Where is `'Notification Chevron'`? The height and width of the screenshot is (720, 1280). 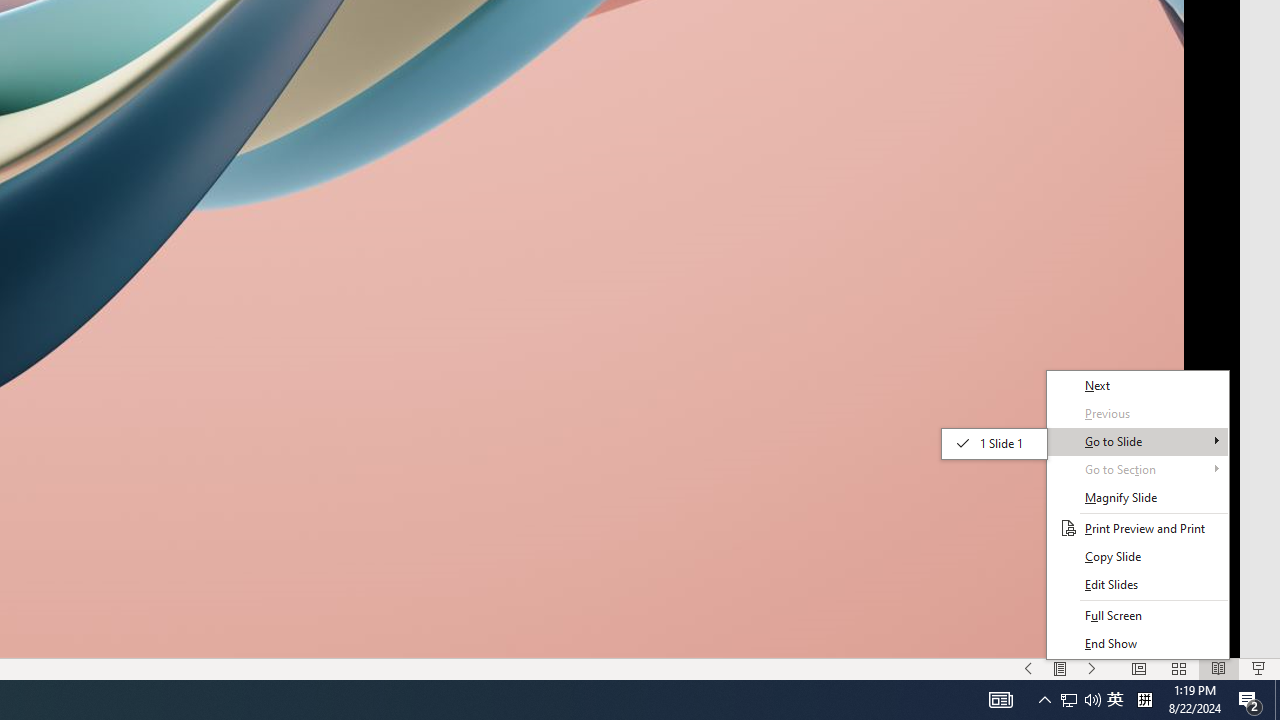 'Notification Chevron' is located at coordinates (1092, 698).